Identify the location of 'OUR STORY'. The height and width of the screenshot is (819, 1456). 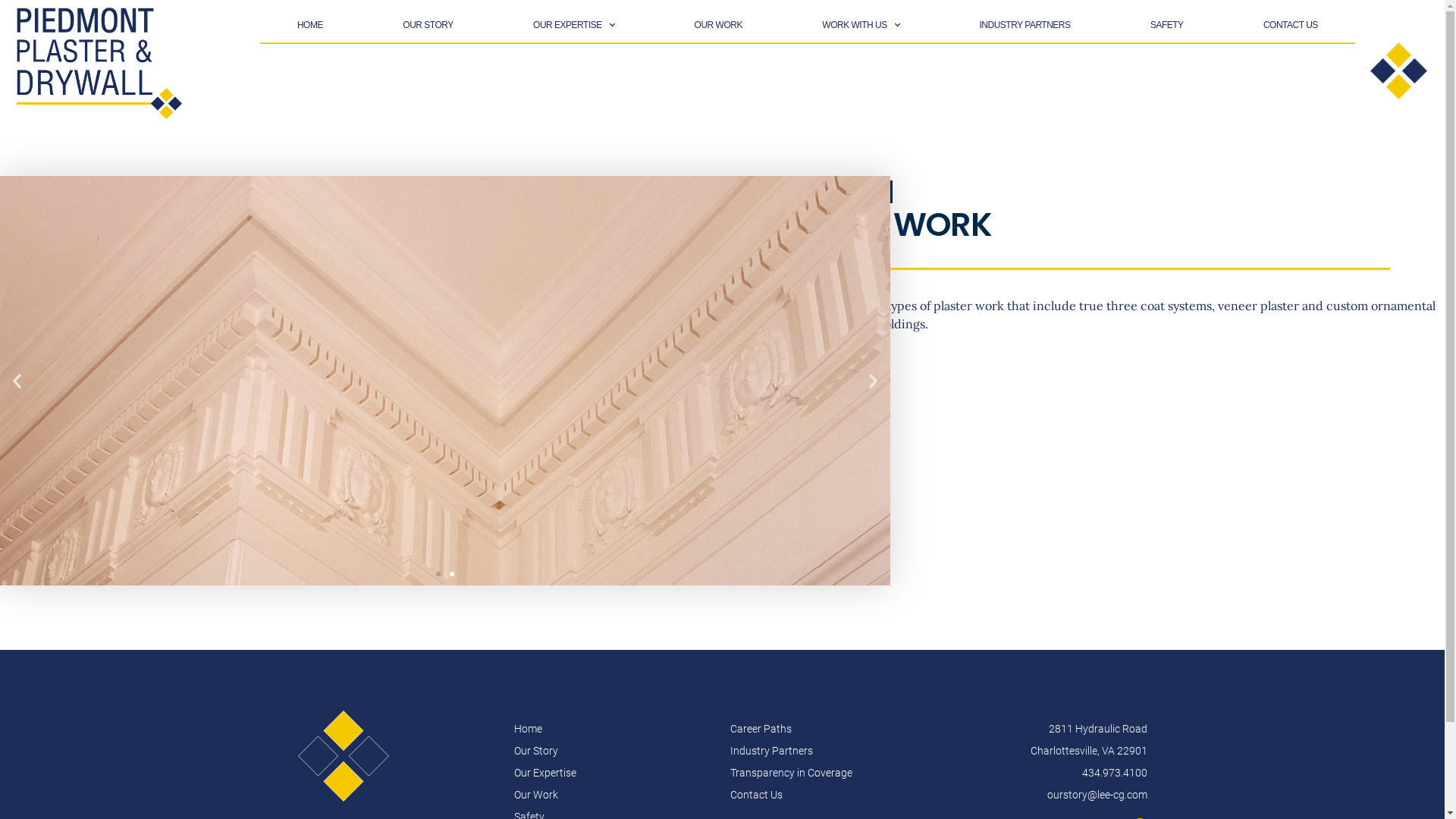
(427, 25).